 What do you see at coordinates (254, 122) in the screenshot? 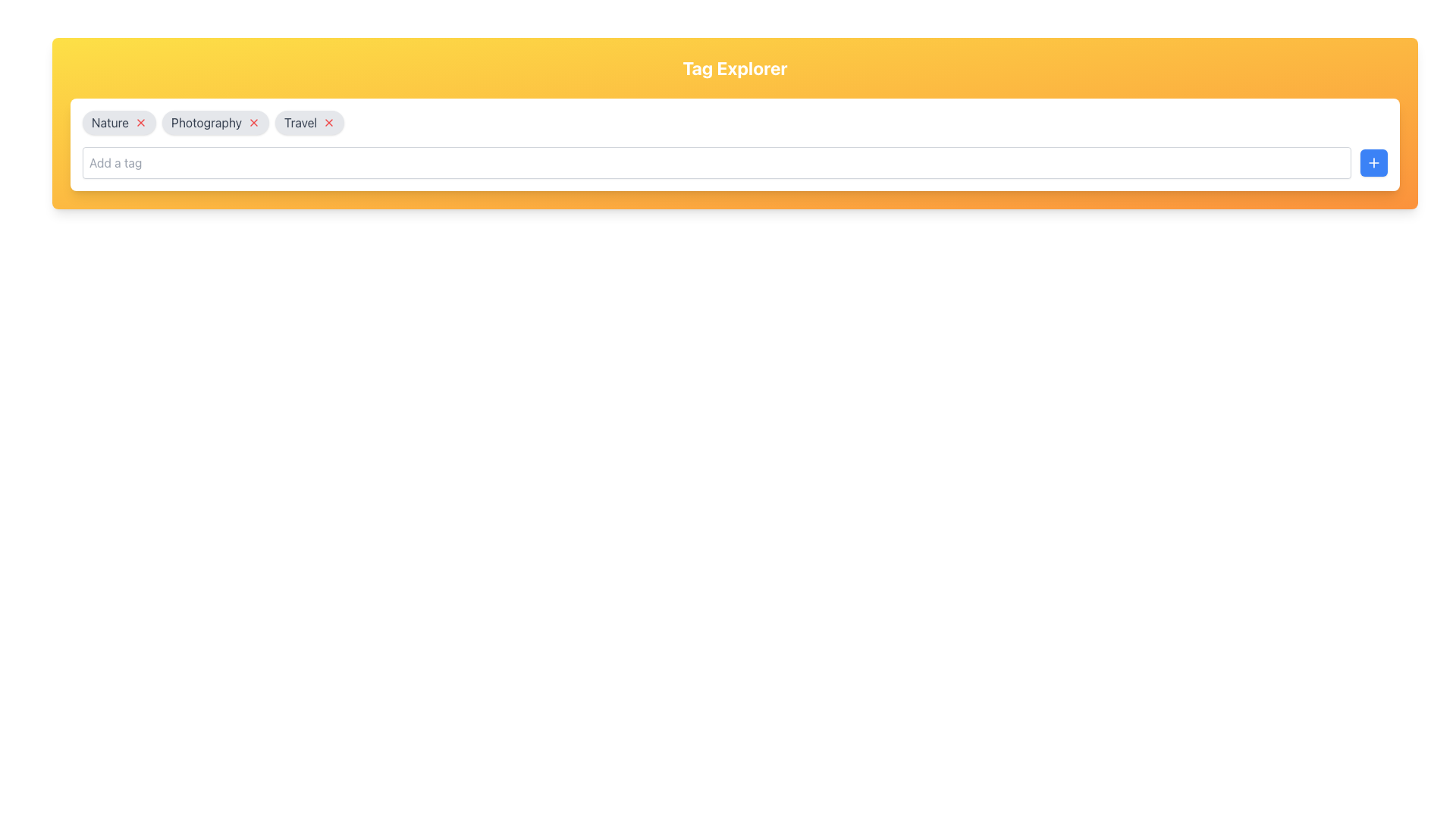
I see `the small, circular, red-colored icon with a cross ('X') symbol, located to the right of the text 'Photography'` at bounding box center [254, 122].